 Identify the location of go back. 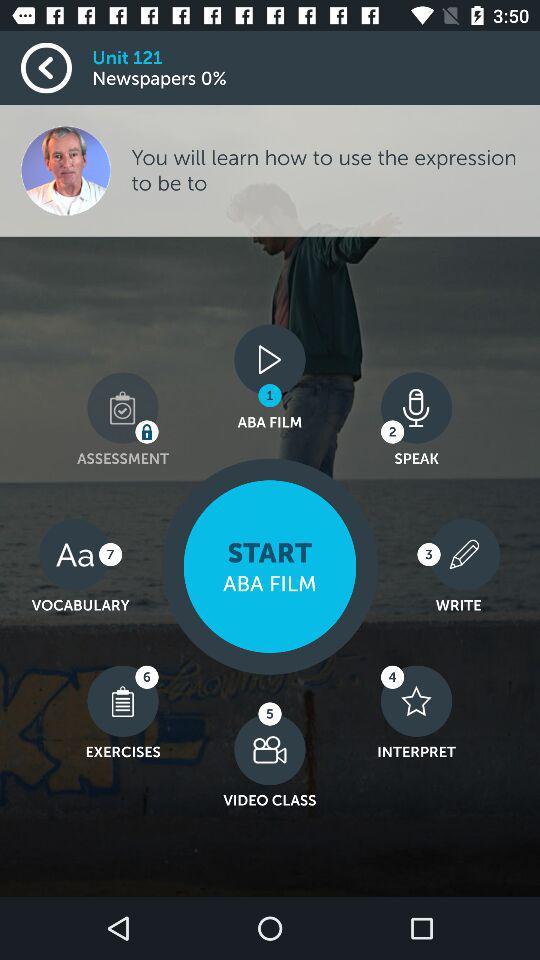
(56, 68).